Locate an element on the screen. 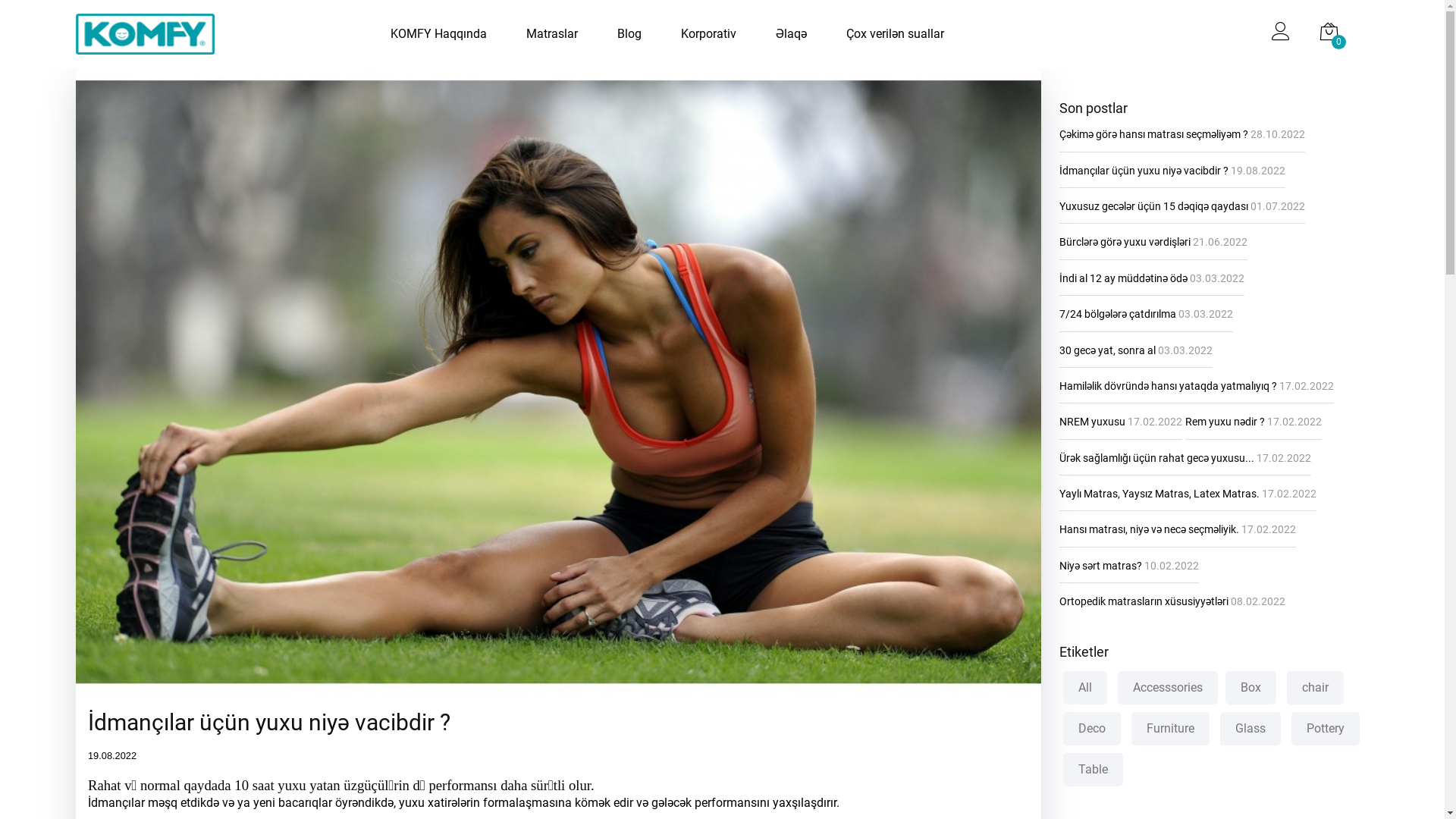  'Blog' is located at coordinates (615, 34).